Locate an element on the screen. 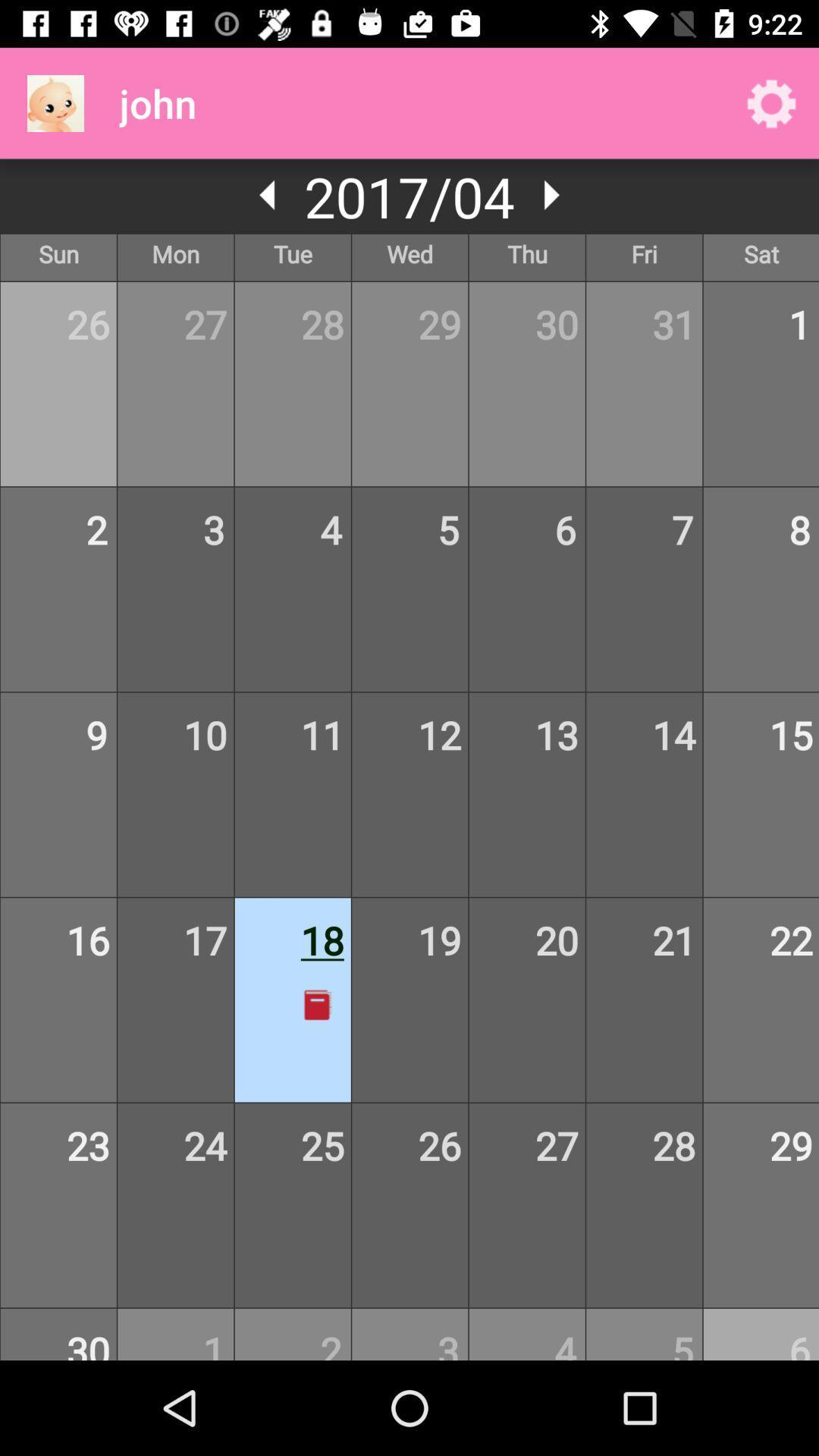  the play icon is located at coordinates (550, 194).